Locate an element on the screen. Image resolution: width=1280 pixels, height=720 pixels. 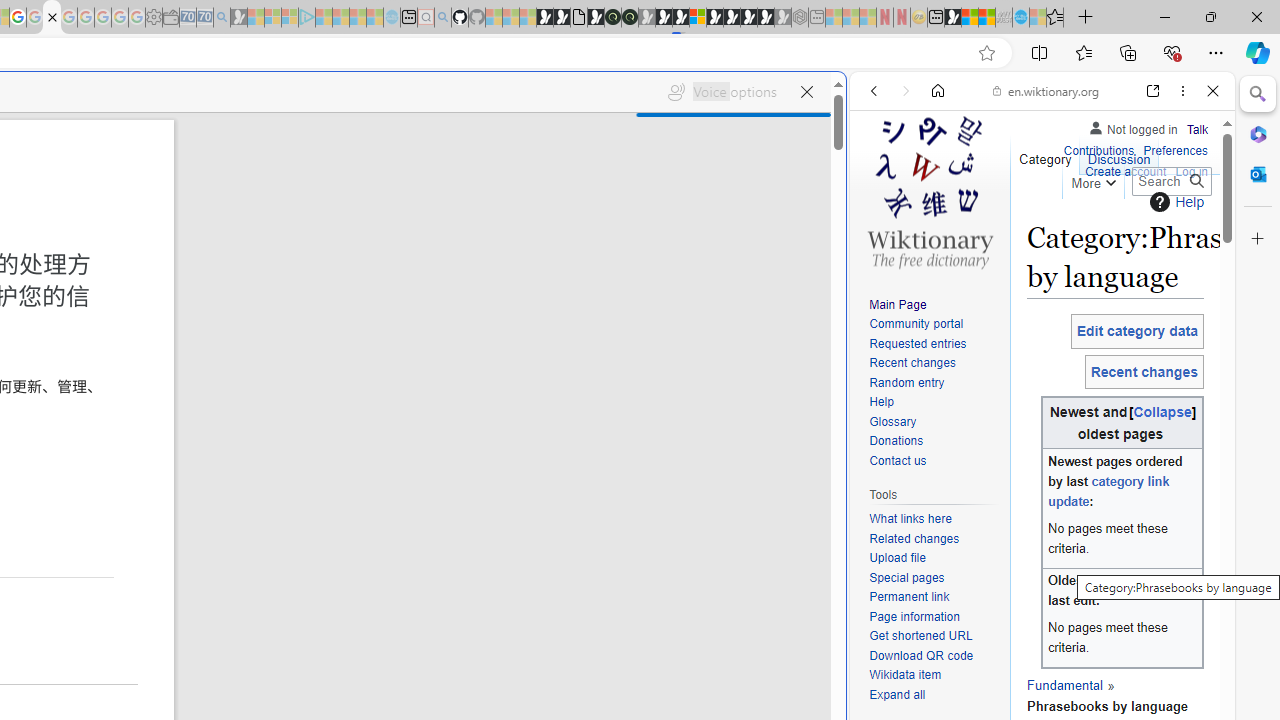
'Fundamental' is located at coordinates (1063, 683).